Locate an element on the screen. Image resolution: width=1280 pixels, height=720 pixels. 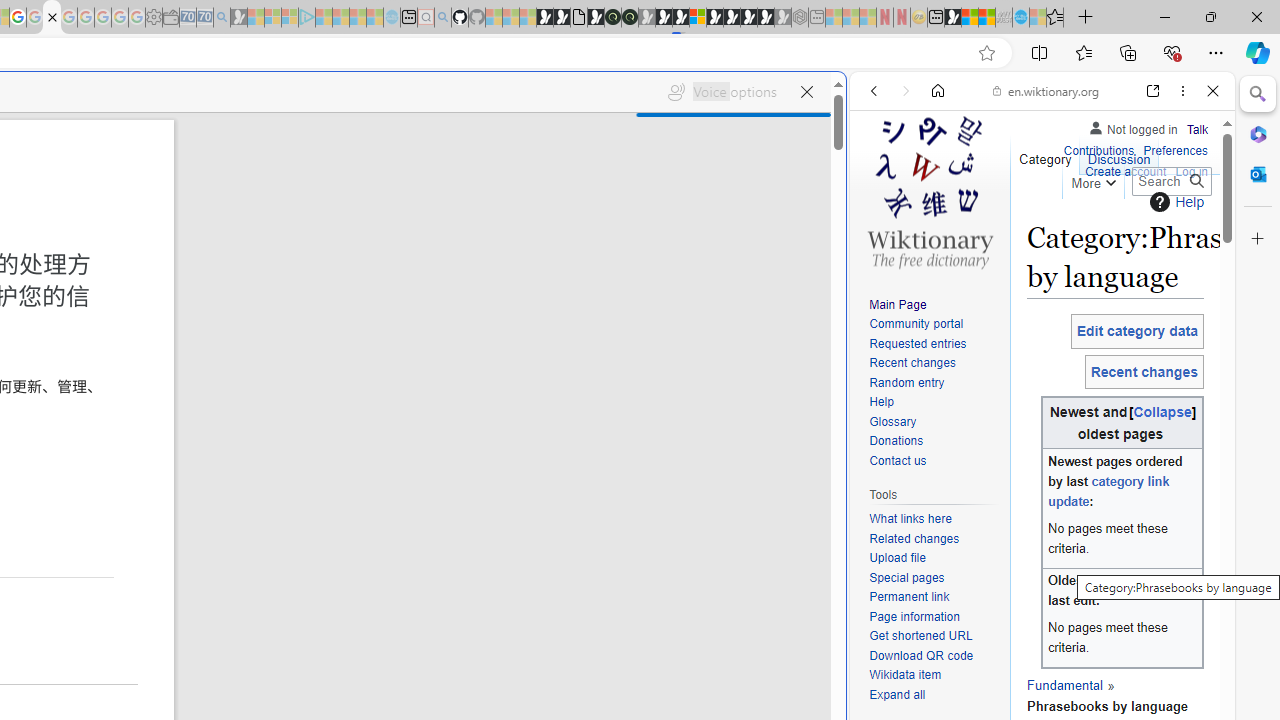
'Fundamental' is located at coordinates (1063, 683).